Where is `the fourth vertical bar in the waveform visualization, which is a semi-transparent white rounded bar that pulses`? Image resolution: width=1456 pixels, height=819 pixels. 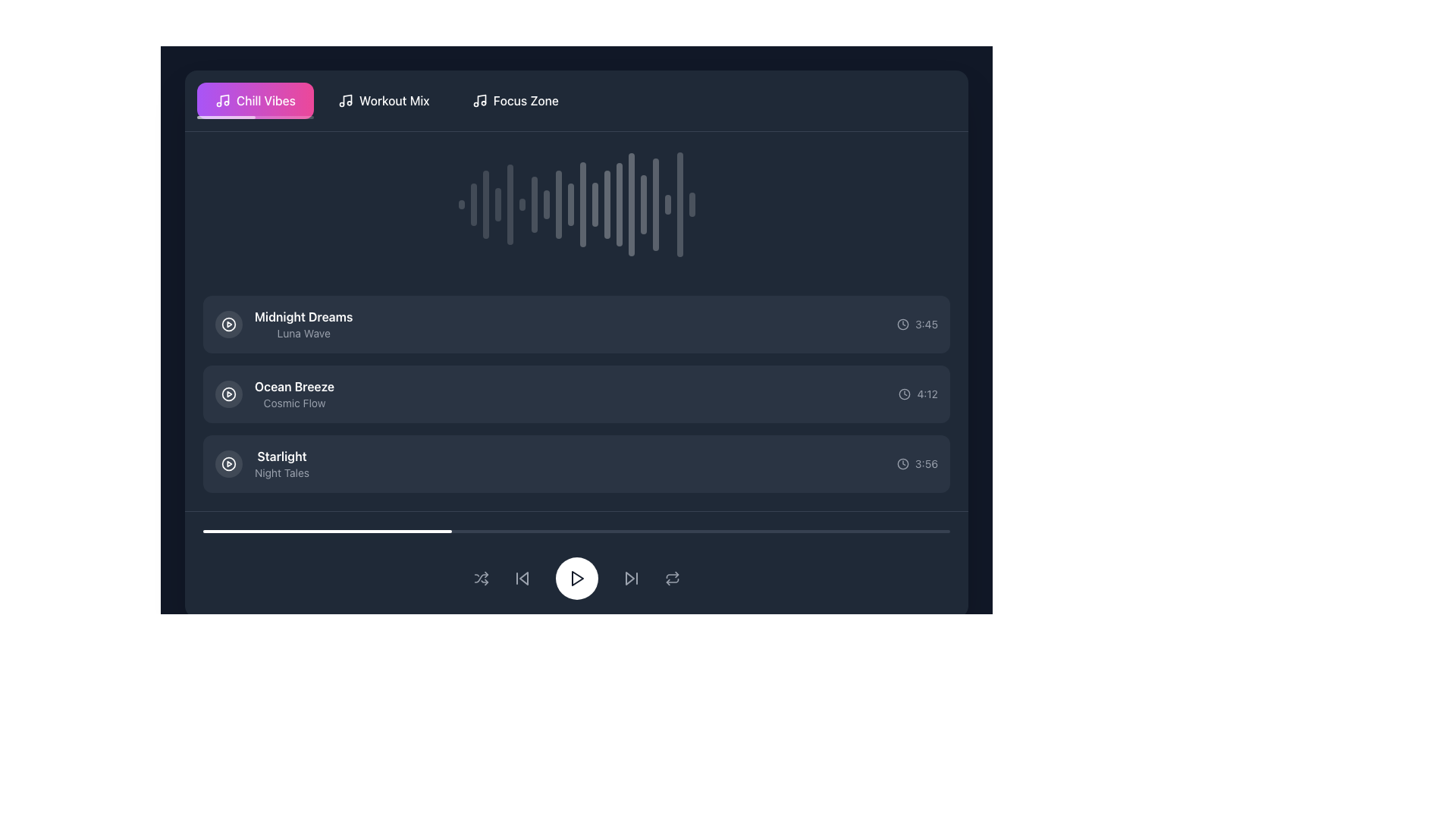
the fourth vertical bar in the waveform visualization, which is a semi-transparent white rounded bar that pulses is located at coordinates (497, 205).